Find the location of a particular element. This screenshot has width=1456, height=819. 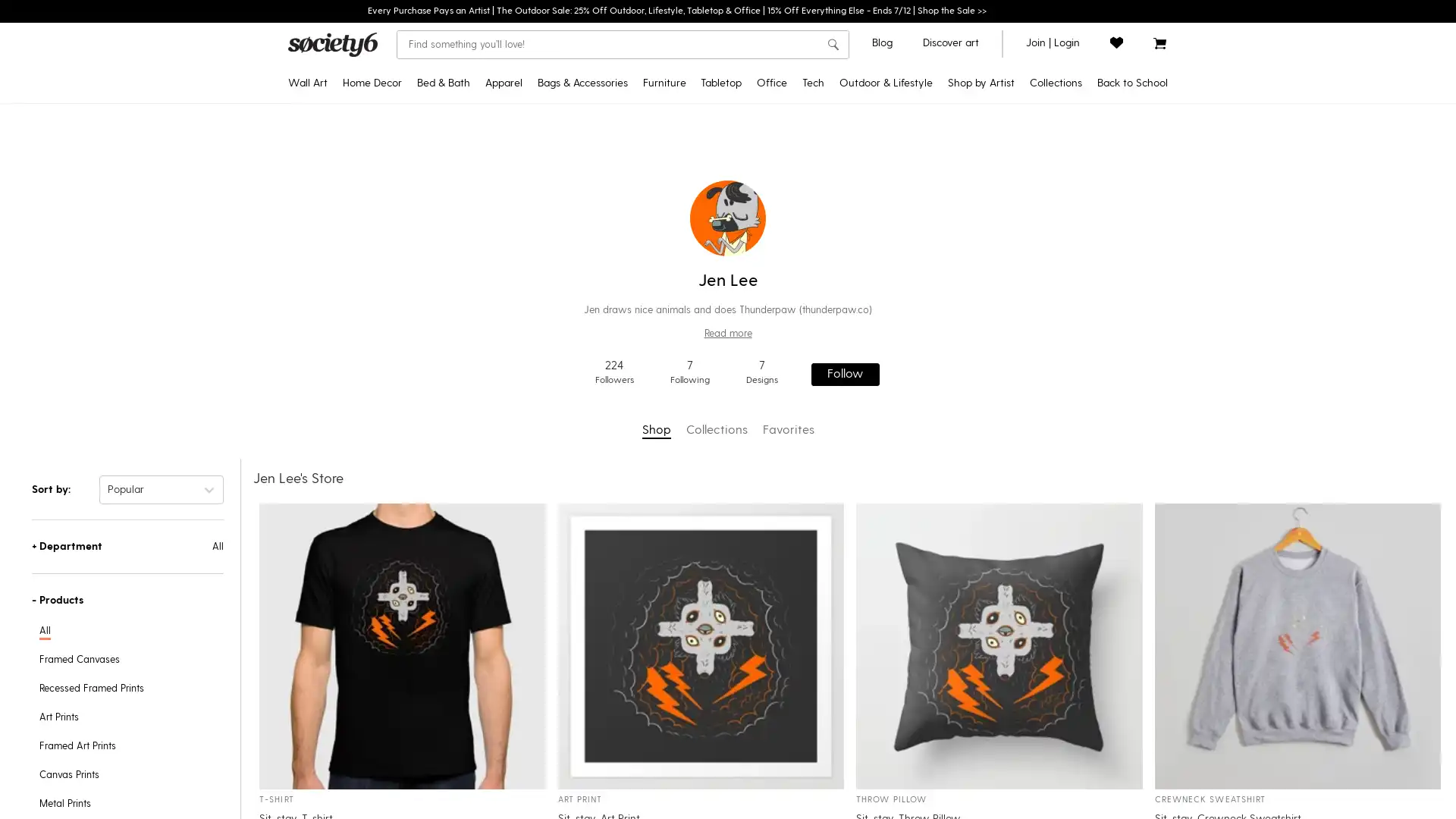

T-Shirts is located at coordinates (551, 121).